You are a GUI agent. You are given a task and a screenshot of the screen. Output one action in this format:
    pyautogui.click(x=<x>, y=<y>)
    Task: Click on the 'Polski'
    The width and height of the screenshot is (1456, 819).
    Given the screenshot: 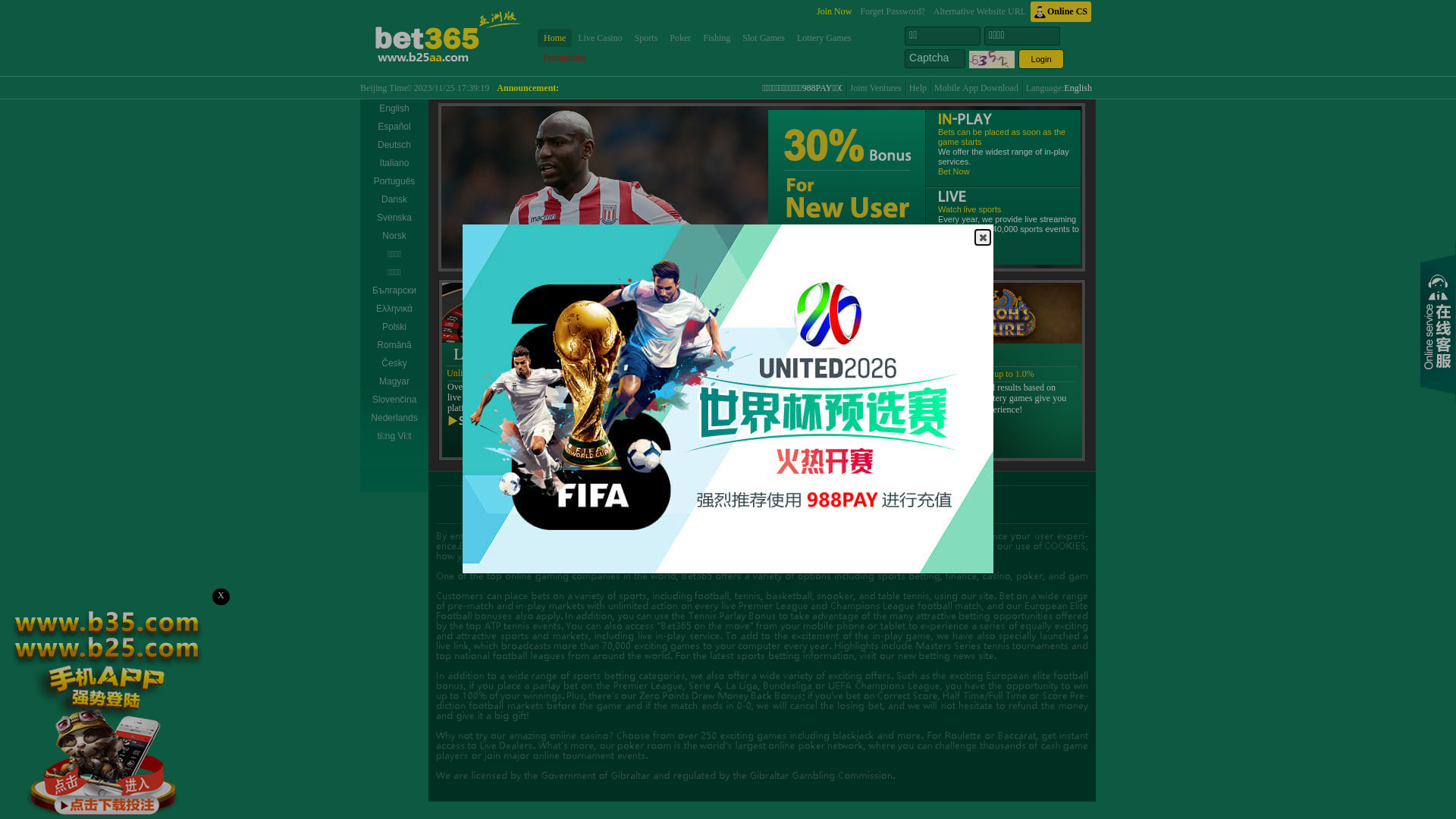 What is the action you would take?
    pyautogui.click(x=394, y=326)
    